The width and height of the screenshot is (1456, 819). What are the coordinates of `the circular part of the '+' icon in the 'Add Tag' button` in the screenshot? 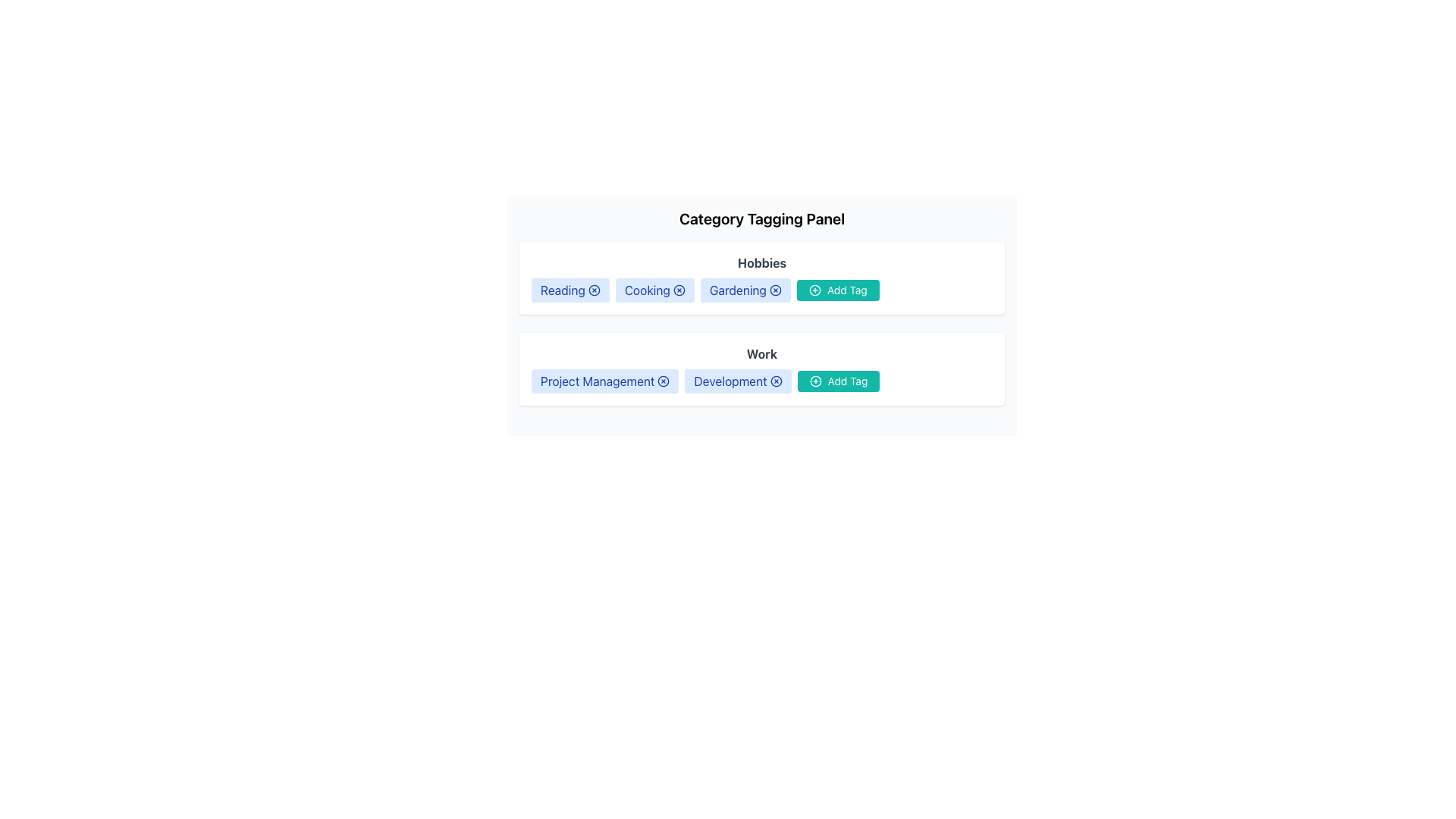 It's located at (814, 380).